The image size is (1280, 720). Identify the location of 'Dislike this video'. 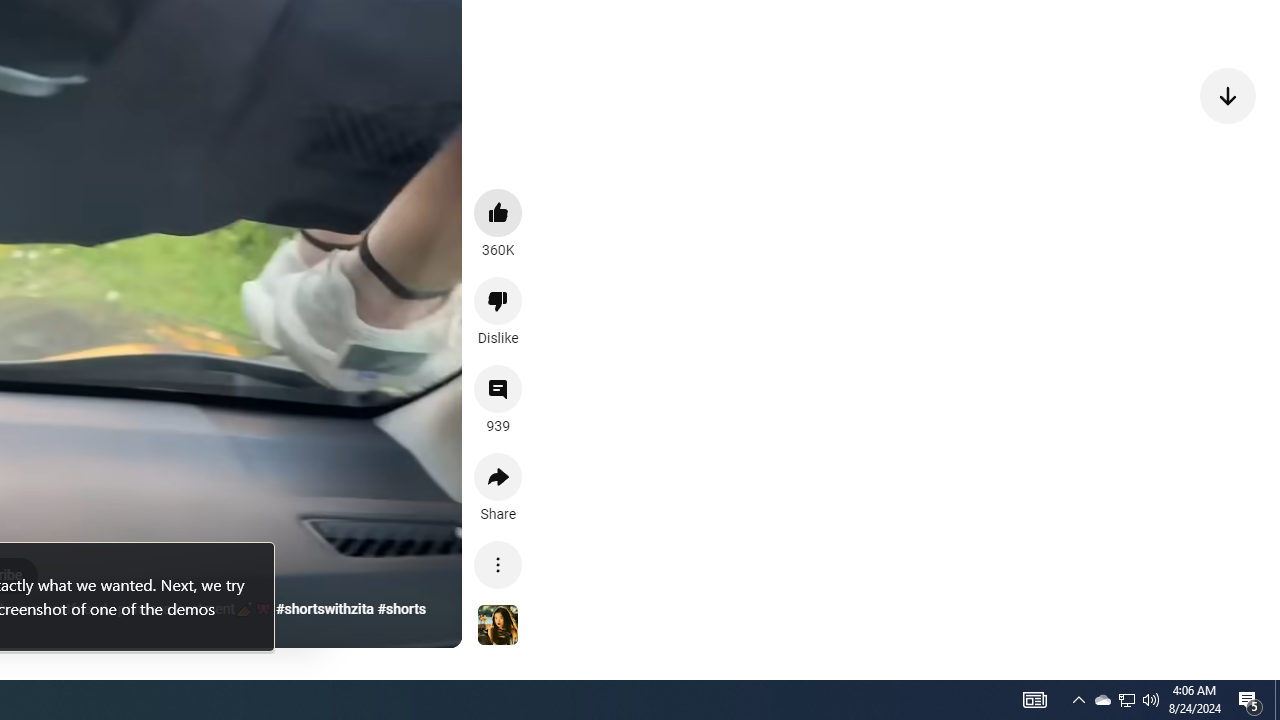
(498, 300).